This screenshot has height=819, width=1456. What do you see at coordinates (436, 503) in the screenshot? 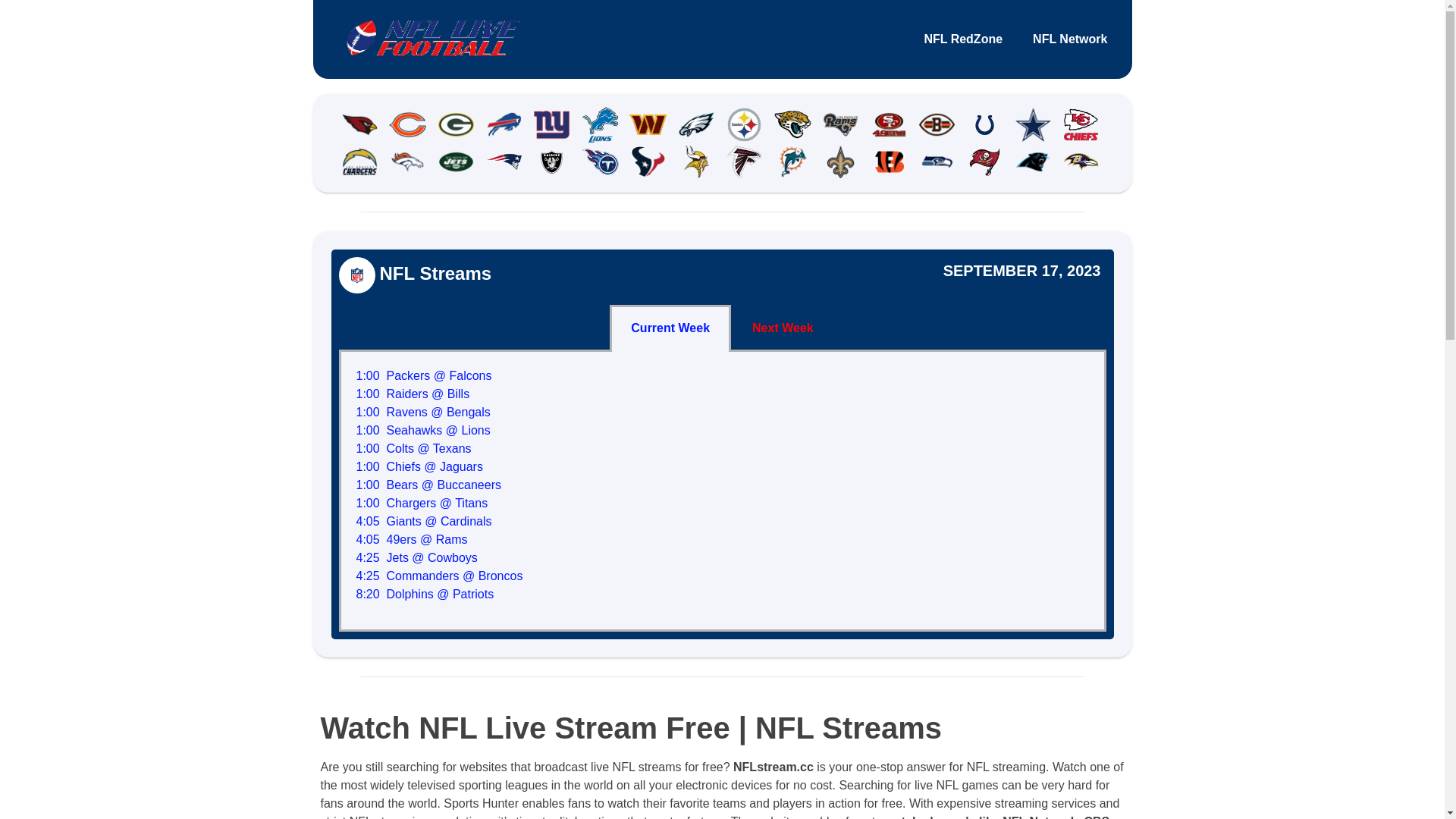
I see `'Chargers @ Titans'` at bounding box center [436, 503].